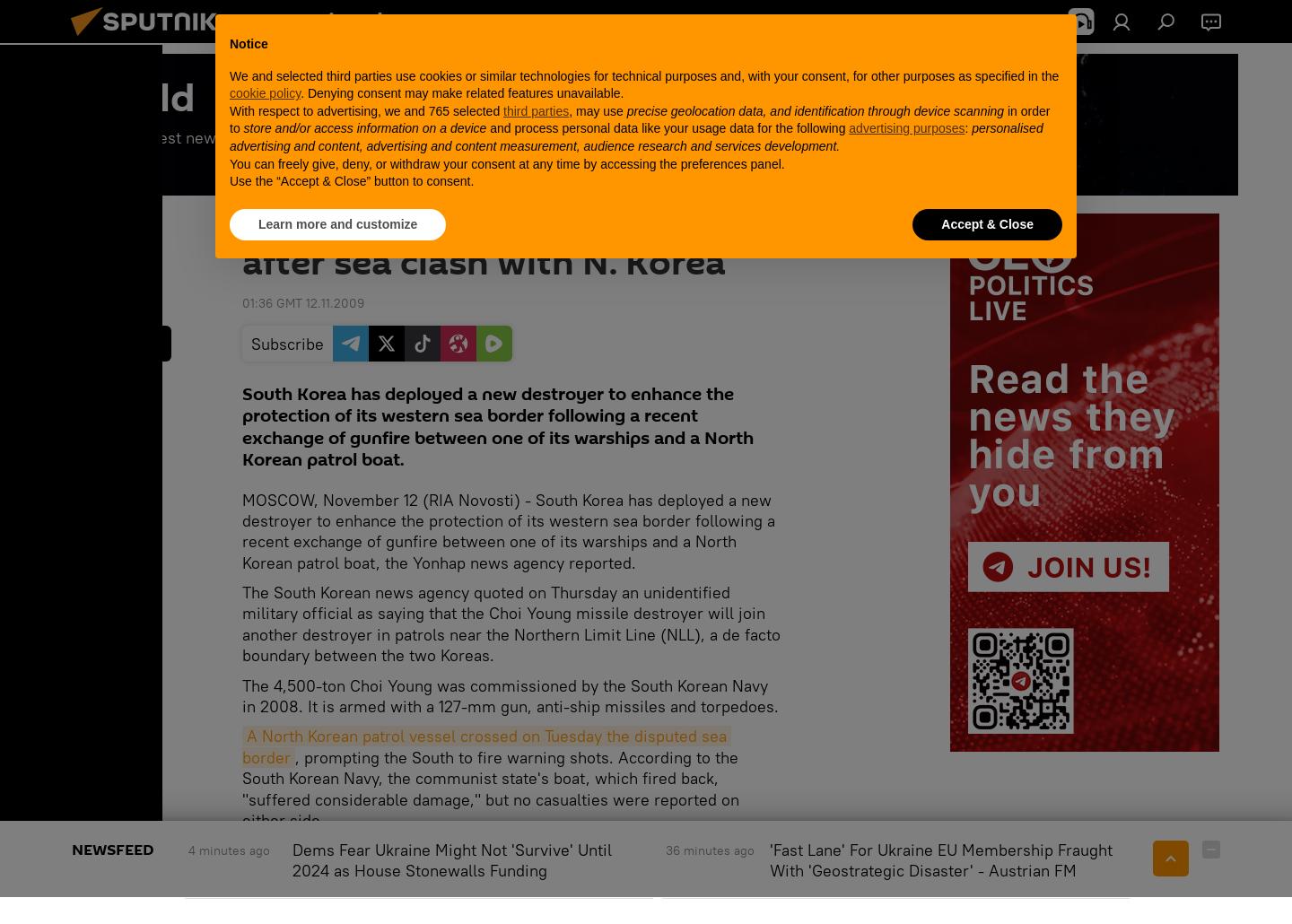 The width and height of the screenshot is (1292, 924). I want to click on 'advertising purposes', so click(905, 126).